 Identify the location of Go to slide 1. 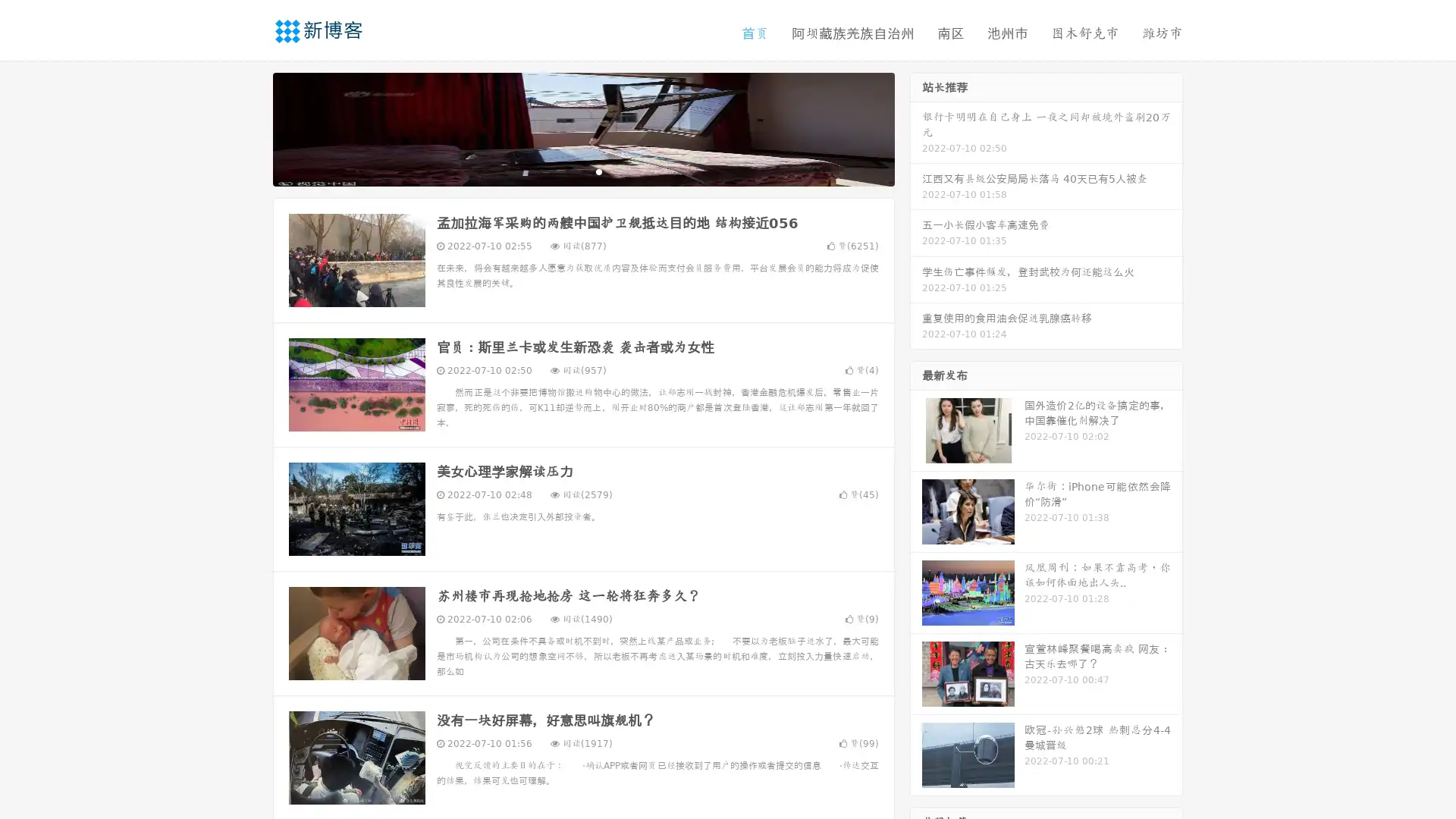
(567, 171).